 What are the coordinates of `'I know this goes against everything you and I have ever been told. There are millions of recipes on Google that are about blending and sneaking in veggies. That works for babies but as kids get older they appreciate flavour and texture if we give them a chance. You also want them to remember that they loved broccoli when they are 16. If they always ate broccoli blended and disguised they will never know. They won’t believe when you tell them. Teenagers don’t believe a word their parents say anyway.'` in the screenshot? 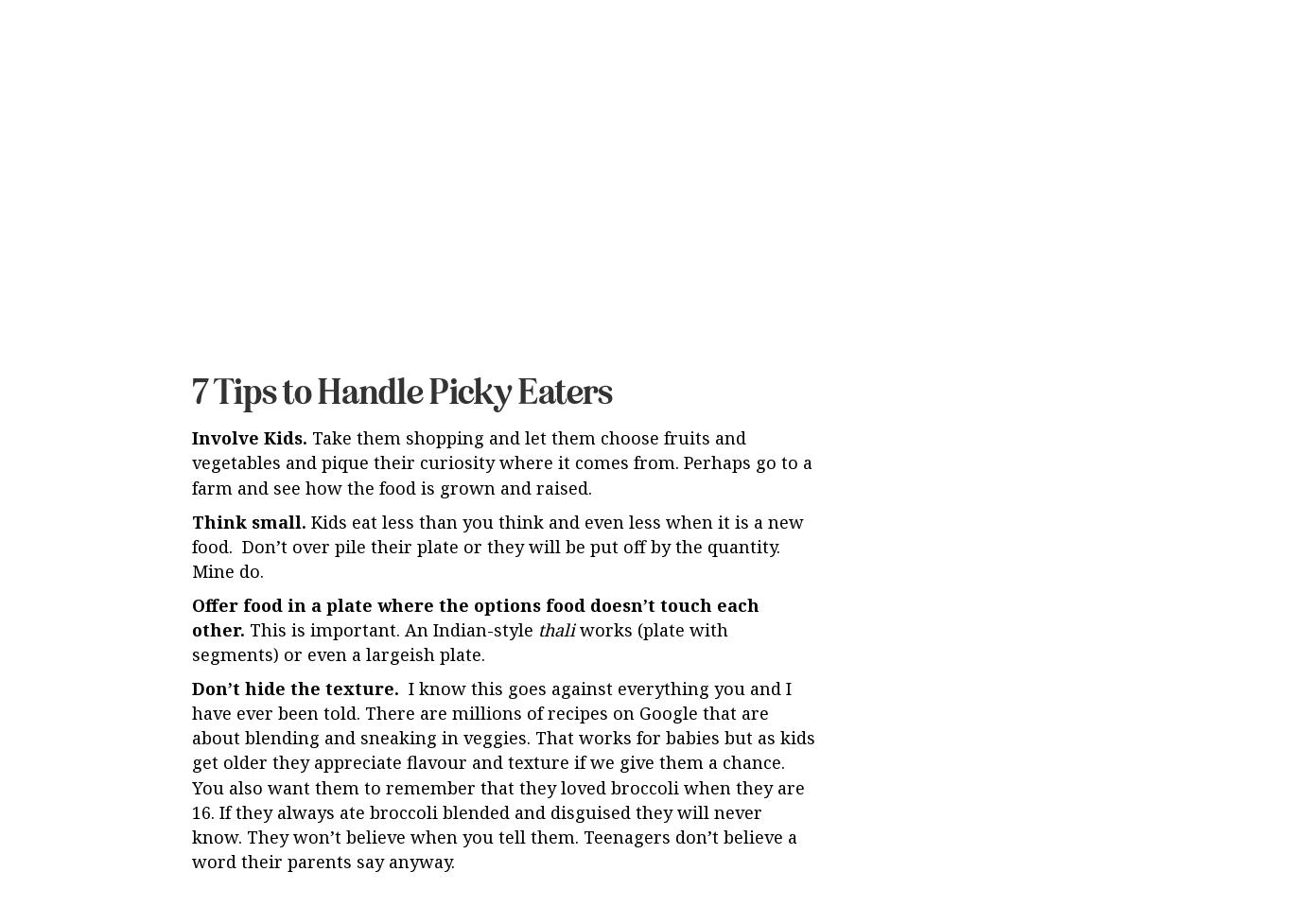 It's located at (503, 619).